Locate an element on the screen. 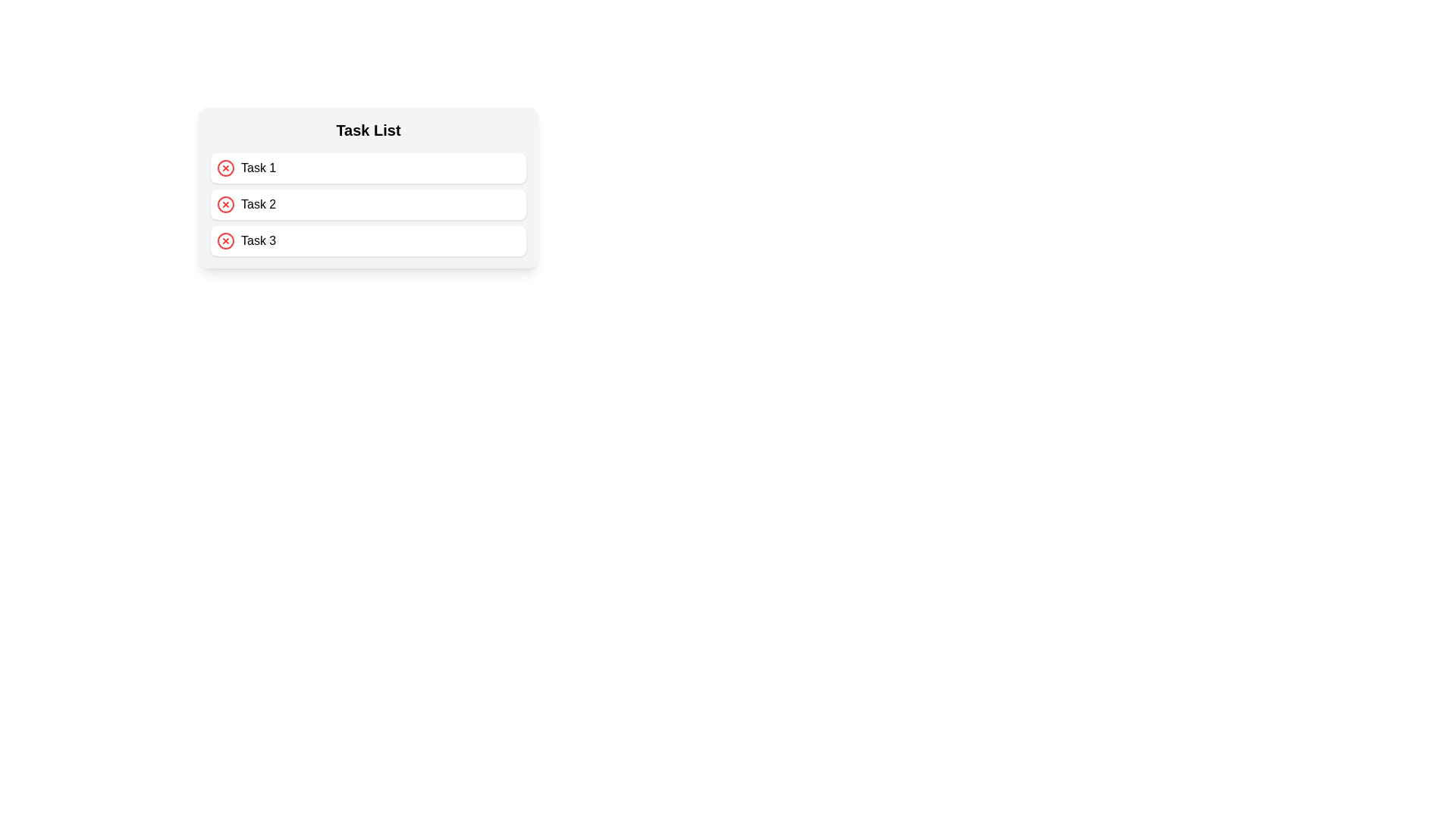 This screenshot has height=819, width=1456. the text label displaying 'Task 2', which is located to the right of a red circular icon within the second item of the 'Task List' is located at coordinates (259, 205).